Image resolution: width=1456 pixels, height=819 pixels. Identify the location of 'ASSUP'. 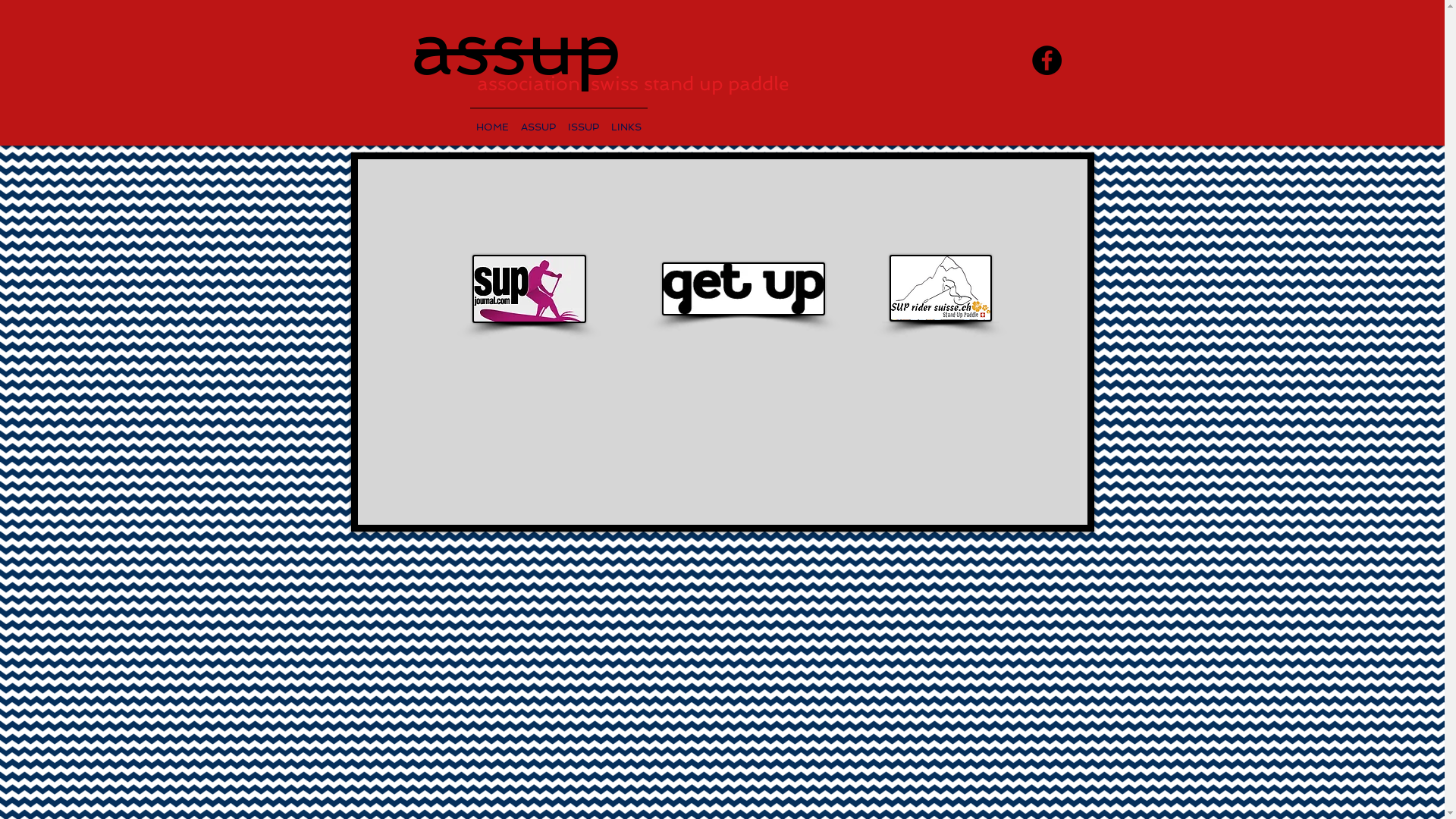
(538, 119).